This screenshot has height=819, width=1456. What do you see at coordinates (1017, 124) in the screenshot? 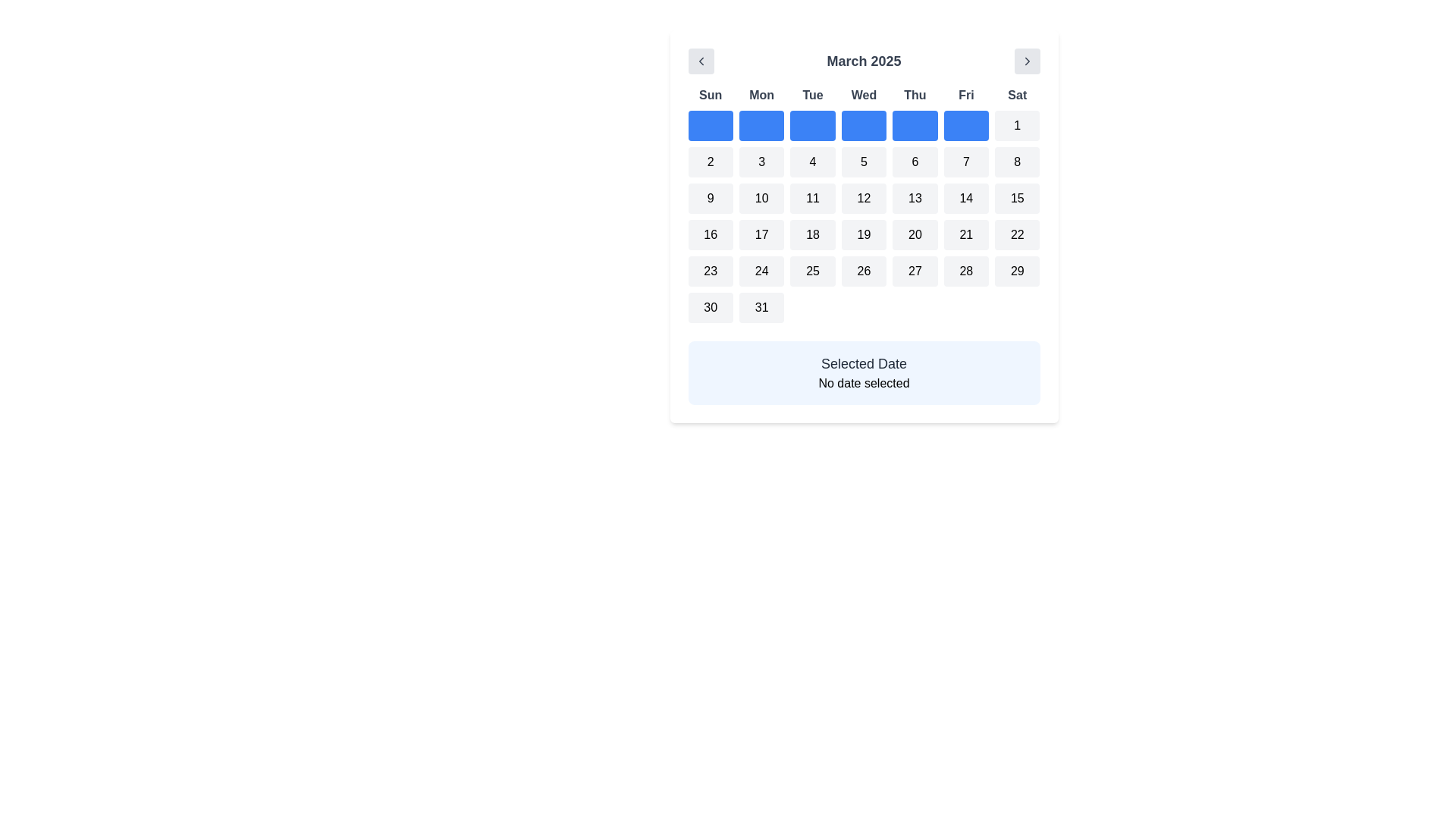
I see `the rectangular button with a light gray background and centered black text displaying the number '1' in the March 2025 calendar grid, located under the 'Sat' column` at bounding box center [1017, 124].